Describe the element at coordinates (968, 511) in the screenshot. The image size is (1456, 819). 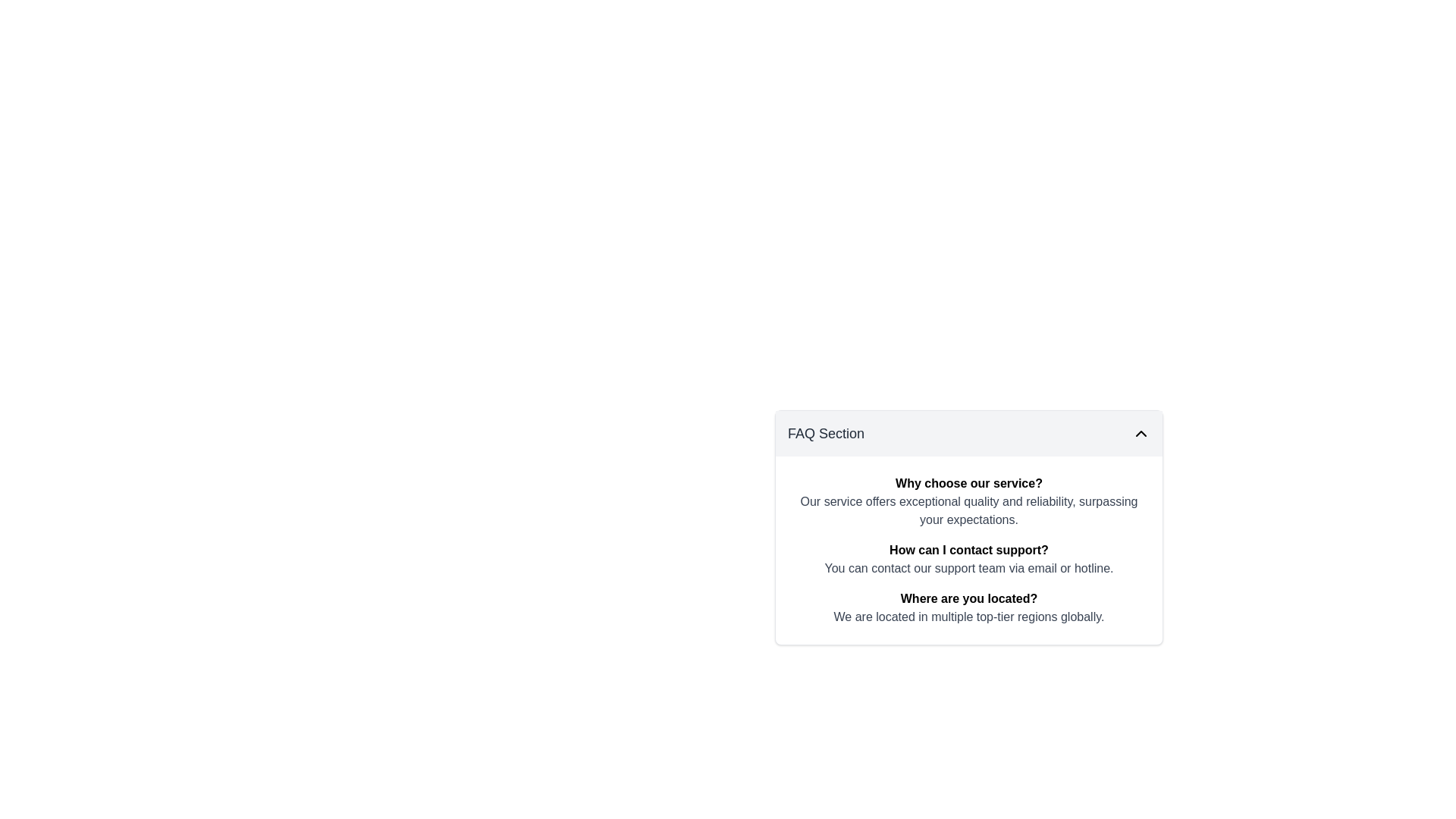
I see `text block located directly below the bold heading 'Why choose our service?' in the FAQ section, which provides a detailed explanation of the quality and reliability of the service` at that location.